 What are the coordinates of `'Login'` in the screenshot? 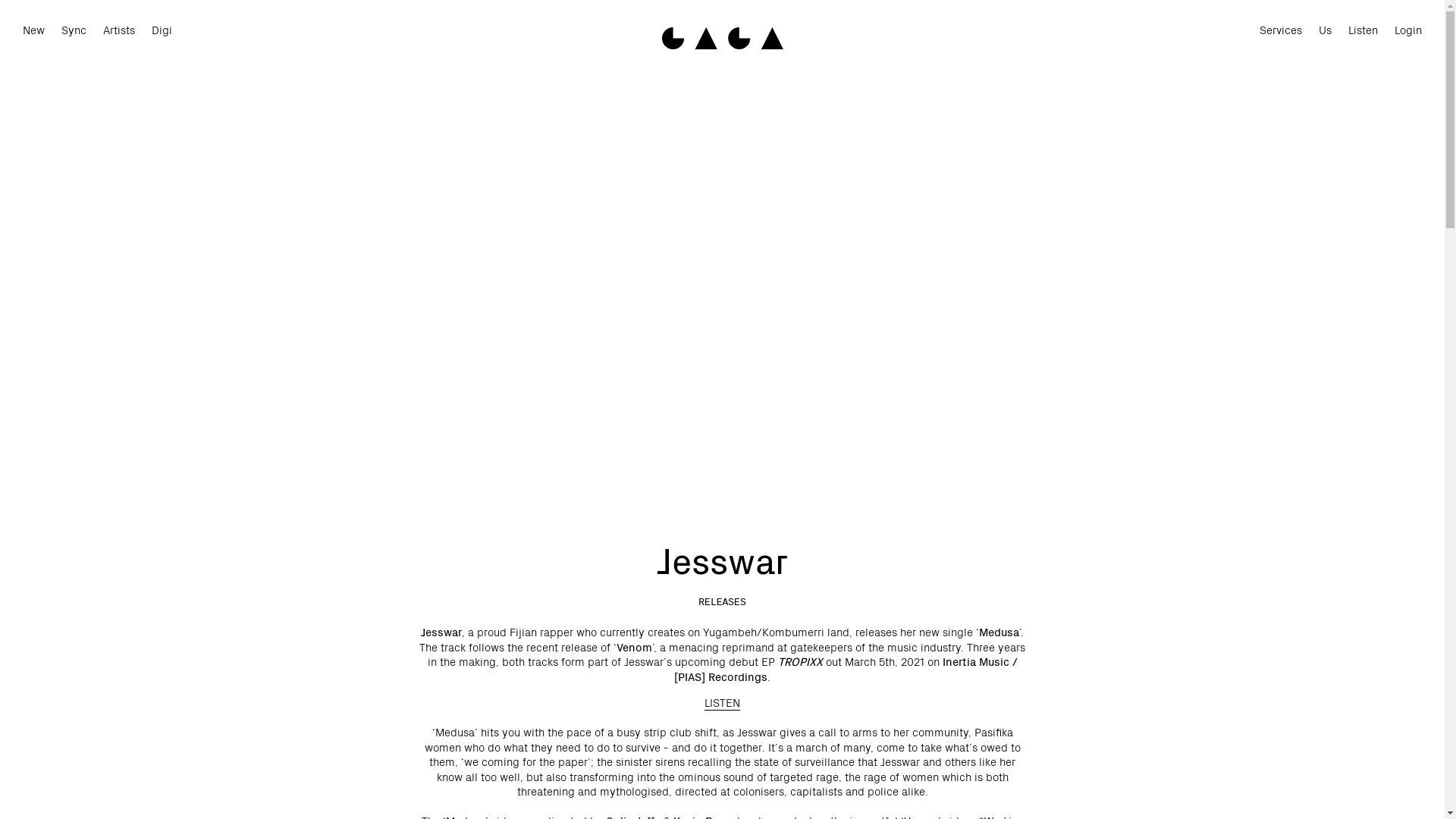 It's located at (1407, 30).